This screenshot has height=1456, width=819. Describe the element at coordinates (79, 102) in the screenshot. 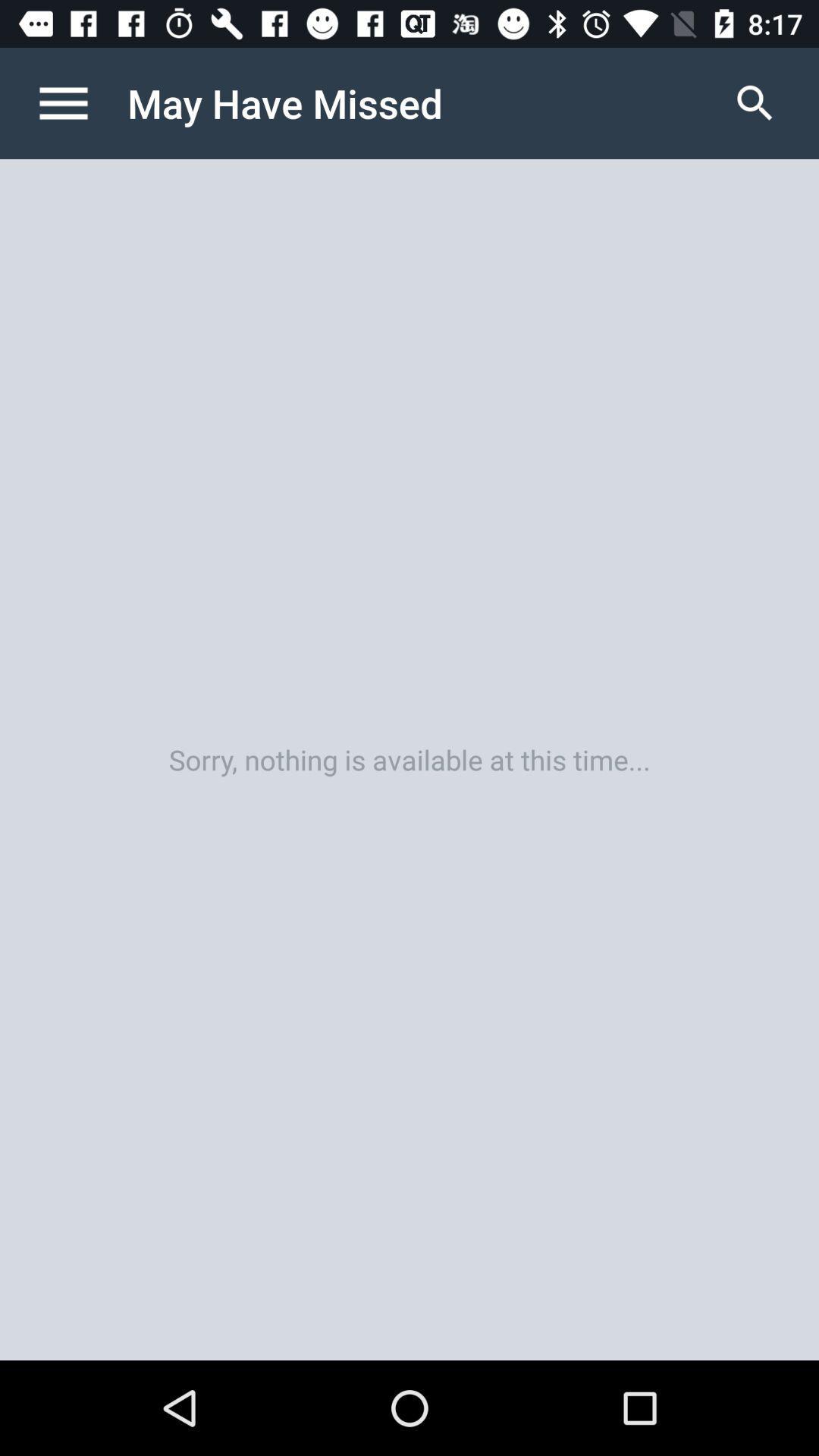

I see `icon next to the may have missed icon` at that location.